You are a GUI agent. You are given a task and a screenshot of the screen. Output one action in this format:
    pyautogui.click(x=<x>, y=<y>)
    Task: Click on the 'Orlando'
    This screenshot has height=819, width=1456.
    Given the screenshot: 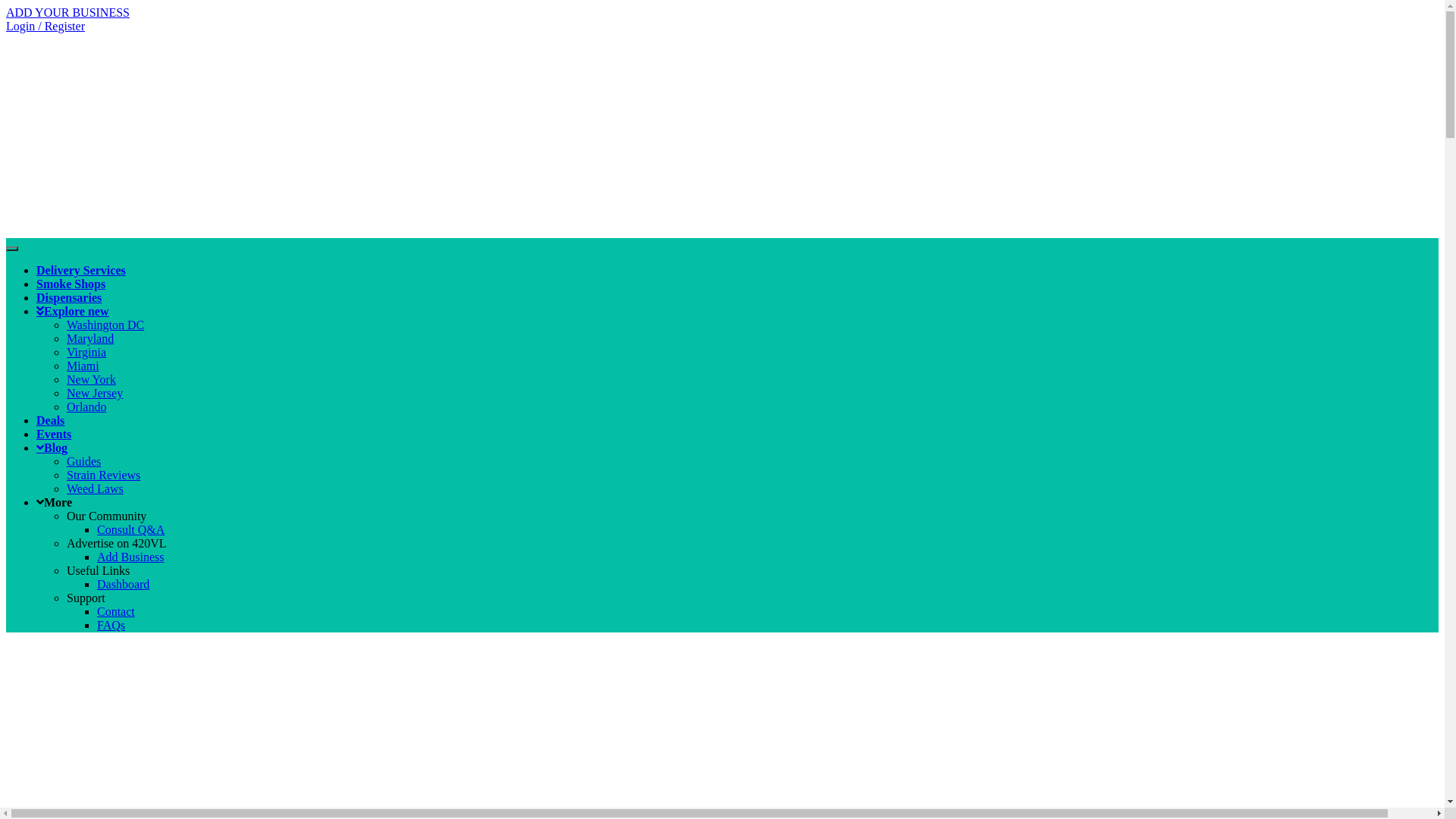 What is the action you would take?
    pyautogui.click(x=86, y=406)
    